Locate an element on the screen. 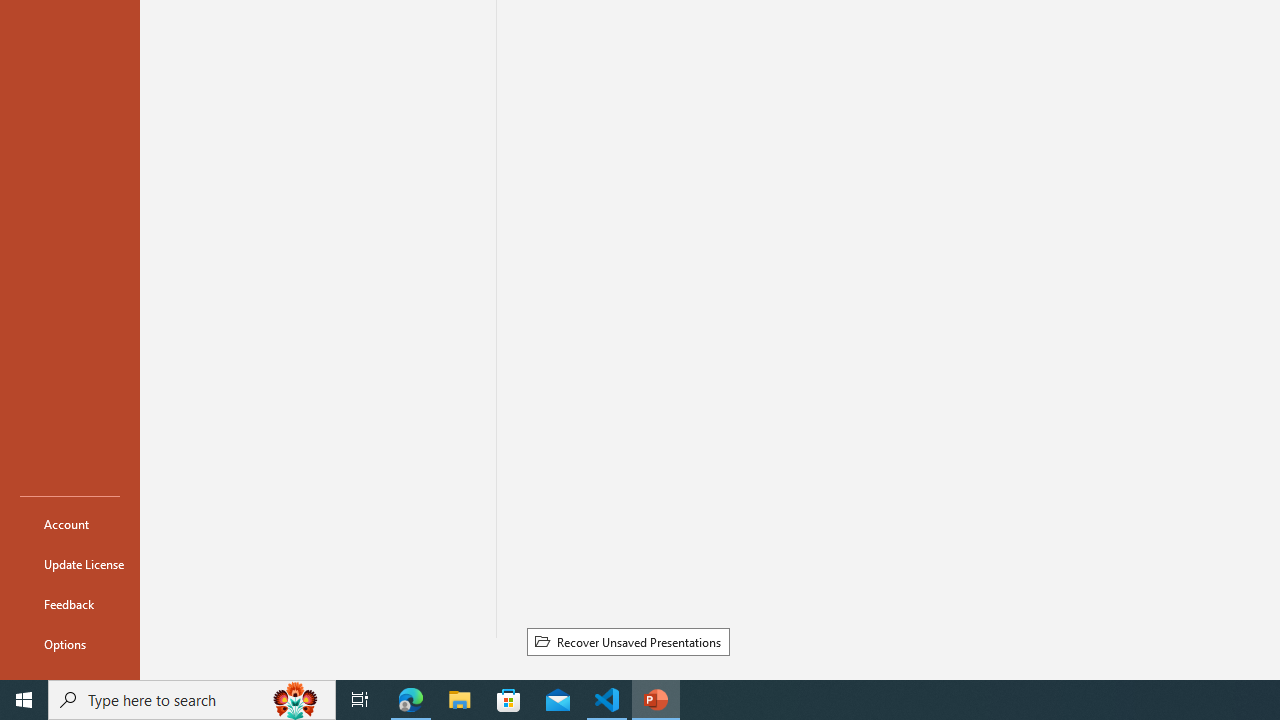  'Feedback' is located at coordinates (69, 603).